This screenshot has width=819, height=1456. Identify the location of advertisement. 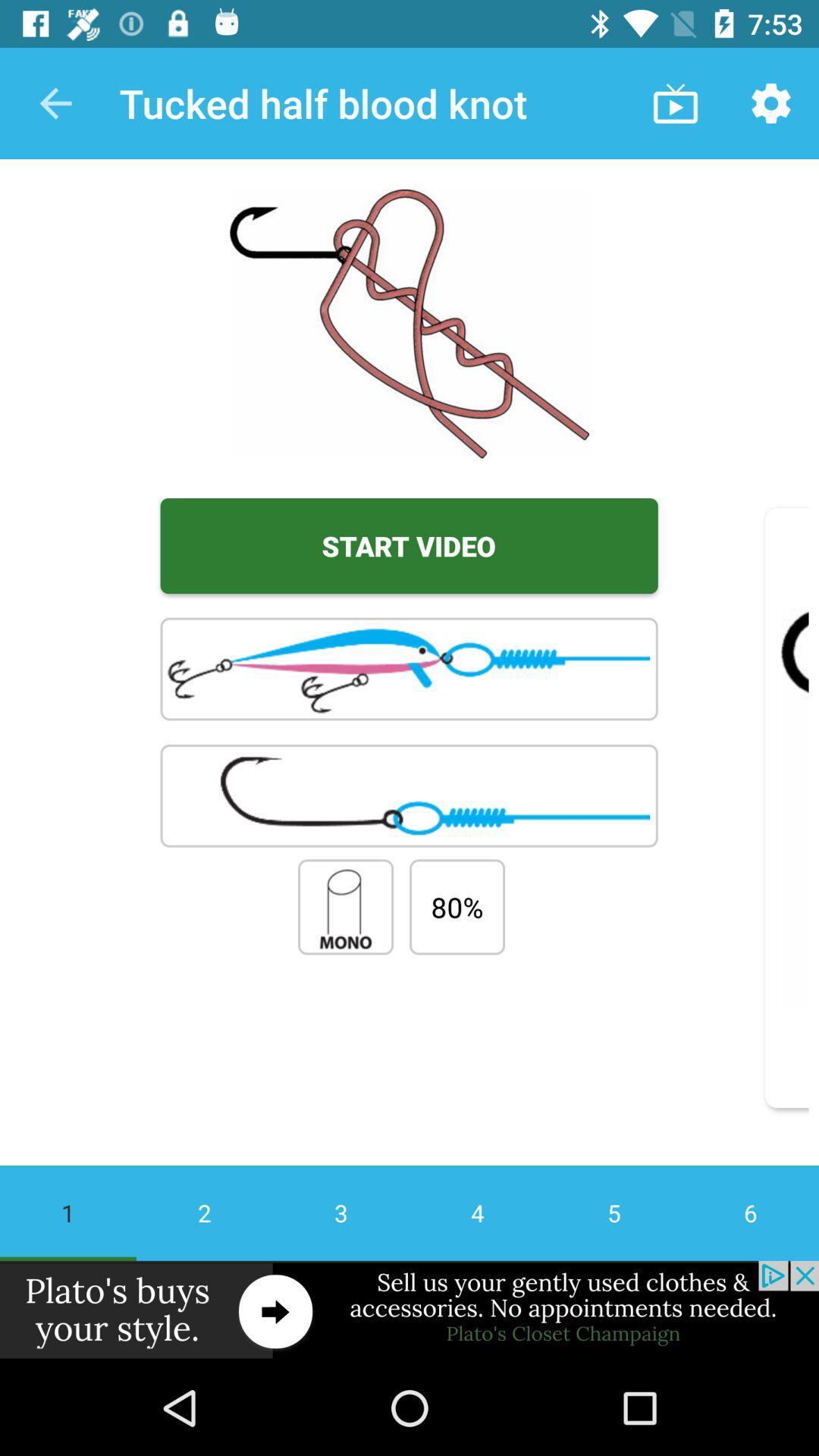
(409, 1310).